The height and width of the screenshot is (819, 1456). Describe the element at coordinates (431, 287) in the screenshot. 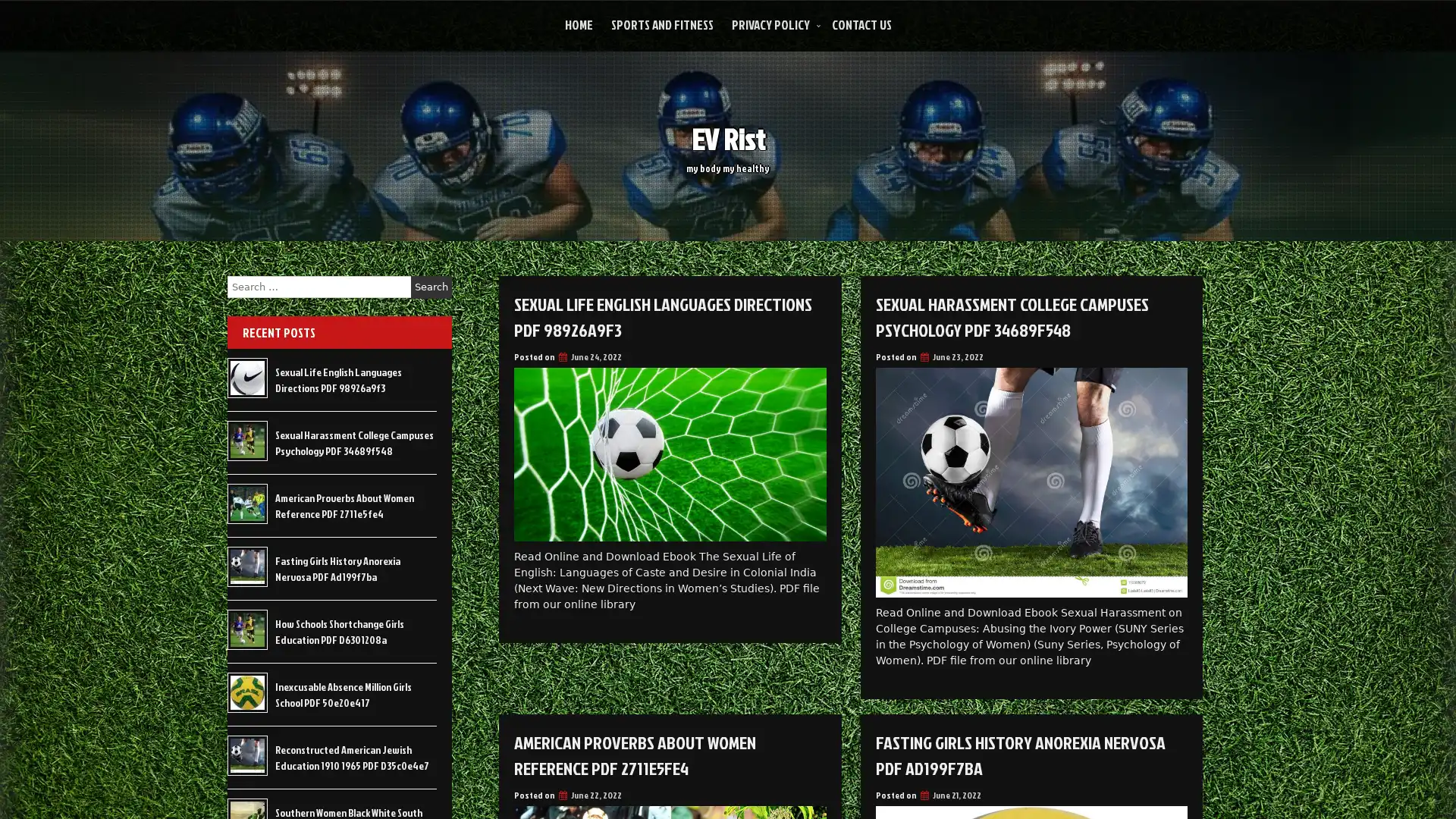

I see `Search` at that location.